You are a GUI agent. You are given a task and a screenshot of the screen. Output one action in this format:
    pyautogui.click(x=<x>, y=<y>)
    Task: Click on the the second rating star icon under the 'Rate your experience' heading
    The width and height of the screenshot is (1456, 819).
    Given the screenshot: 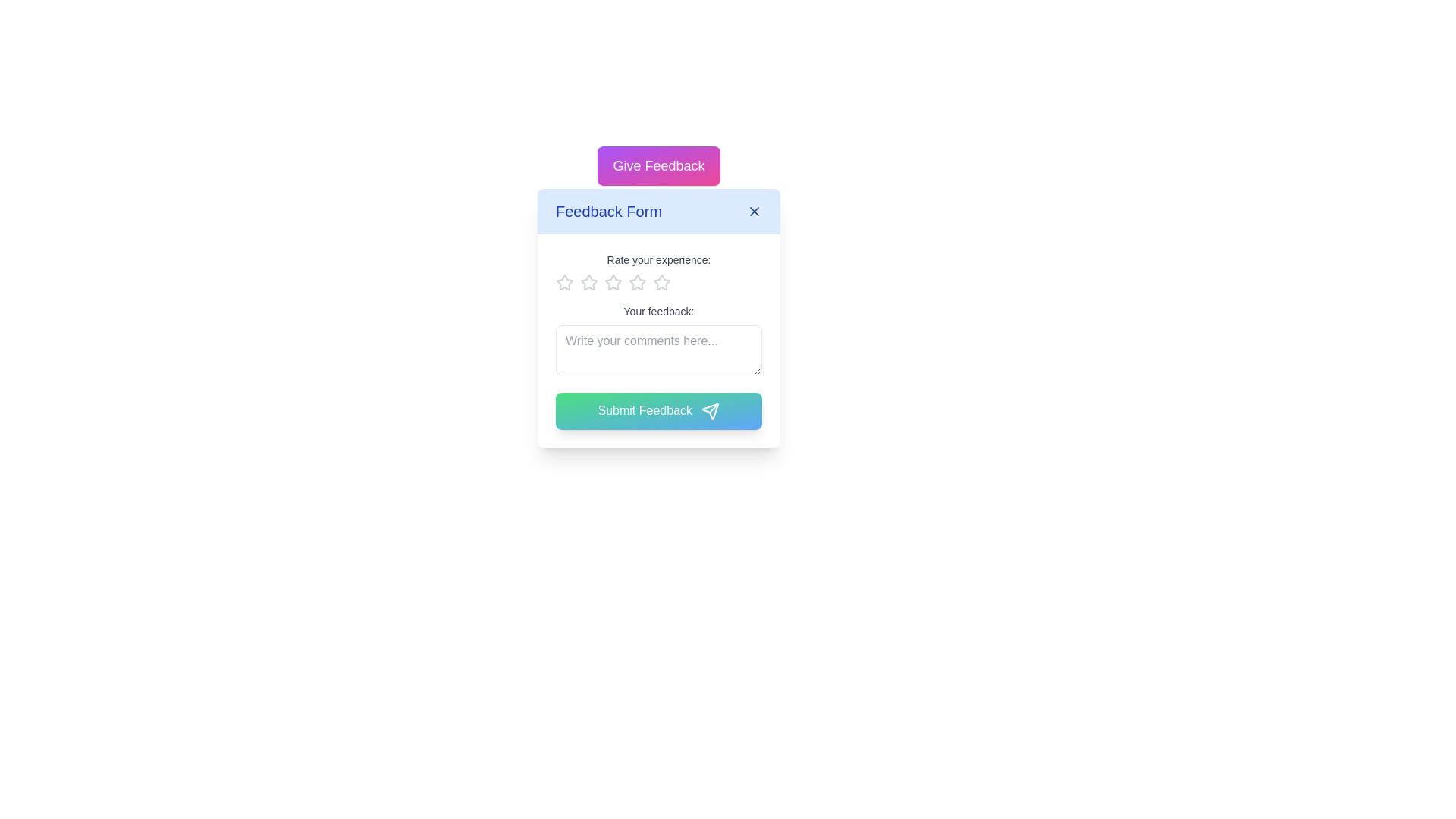 What is the action you would take?
    pyautogui.click(x=613, y=282)
    